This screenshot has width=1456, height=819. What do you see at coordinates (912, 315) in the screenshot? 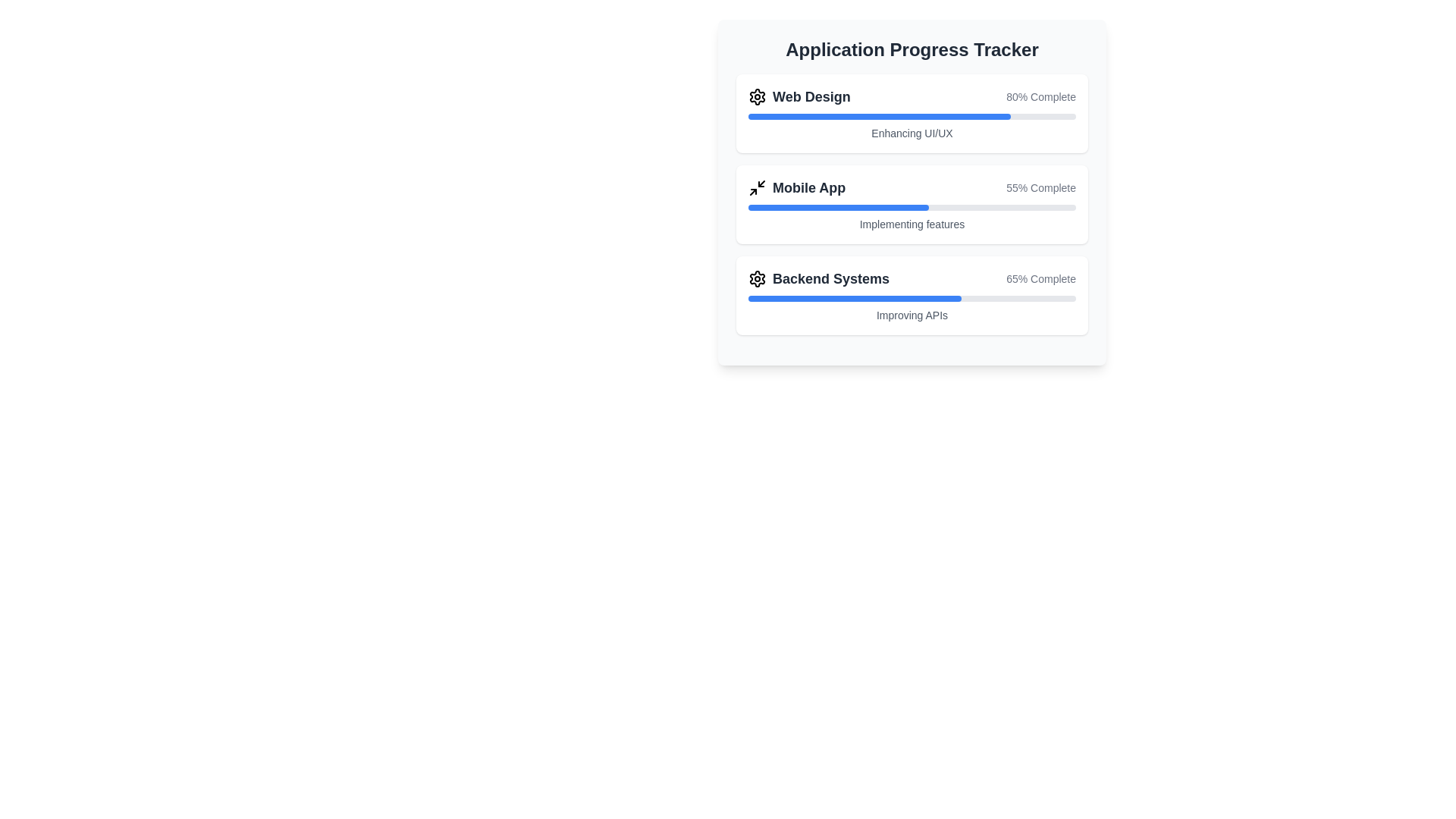
I see `the text element reading 'Improving APIs' styled in small gray font, which is located beneath the progress bar in the 'Backend Systems' card` at bounding box center [912, 315].